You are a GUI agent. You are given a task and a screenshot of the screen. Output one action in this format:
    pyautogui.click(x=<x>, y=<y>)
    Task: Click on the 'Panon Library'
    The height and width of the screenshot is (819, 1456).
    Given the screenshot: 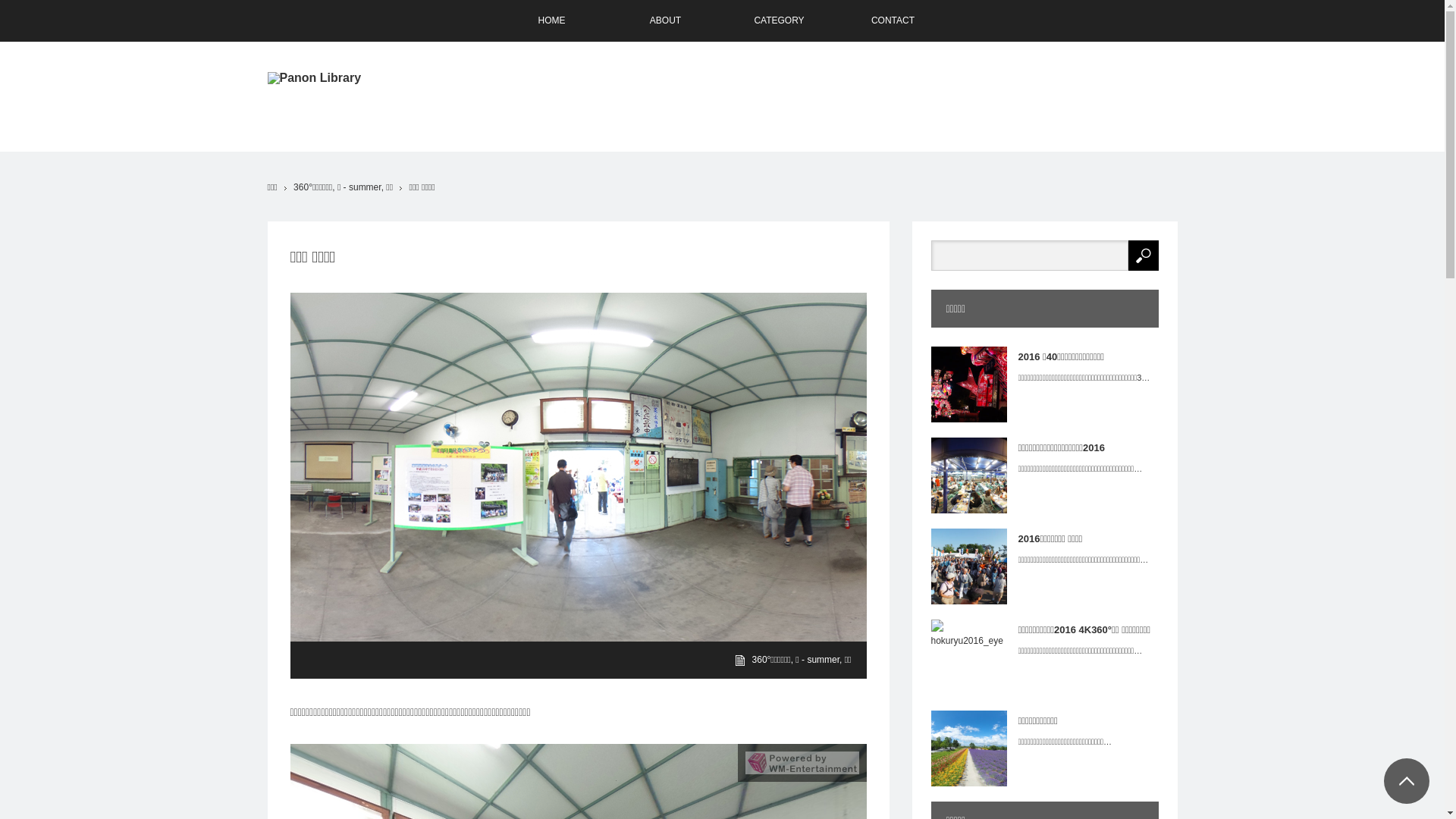 What is the action you would take?
    pyautogui.click(x=312, y=78)
    